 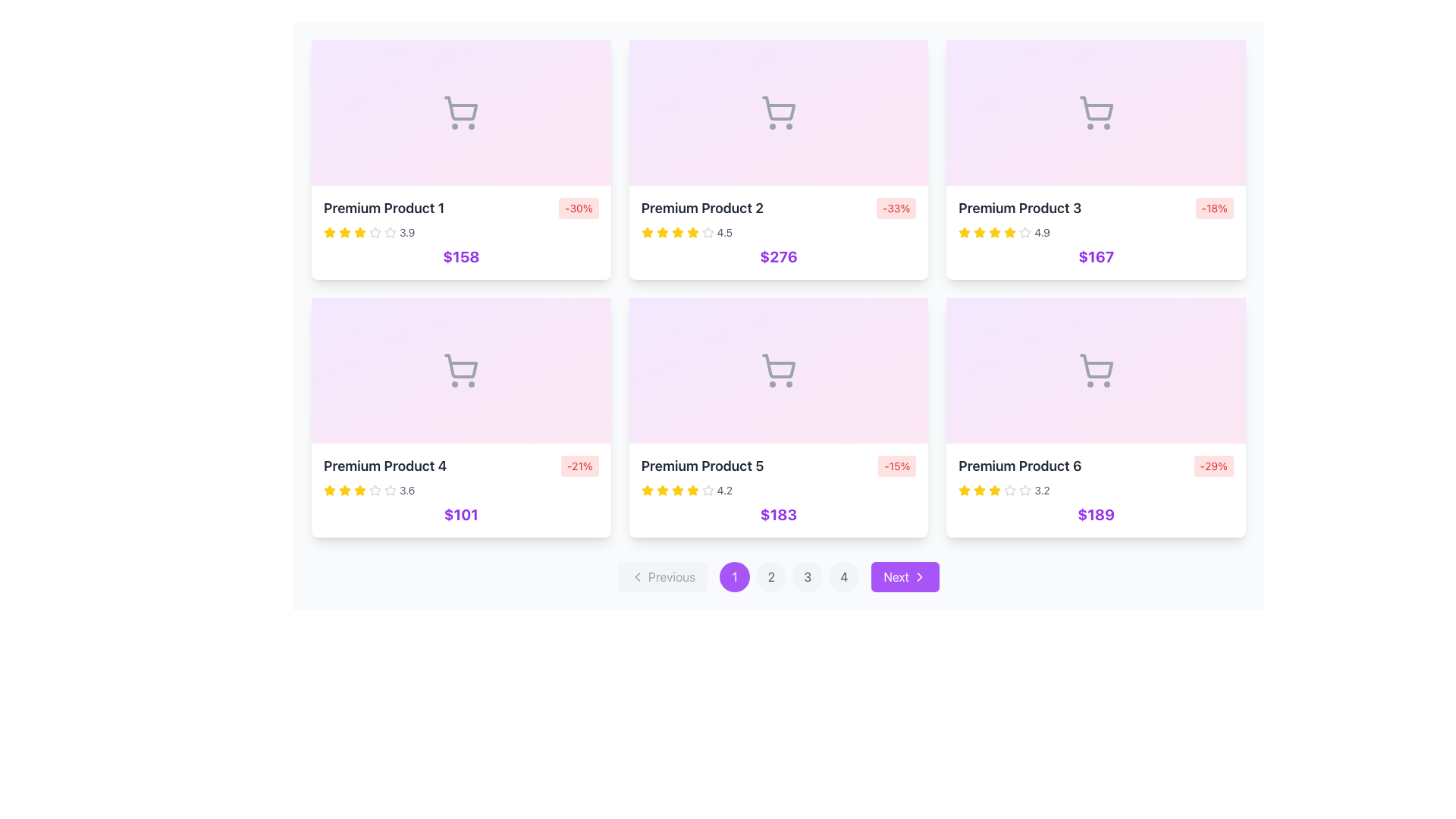 What do you see at coordinates (460, 112) in the screenshot?
I see `the shopping cart icon located above the title and price of 'Premium Product 1' in the top-left corner of the six-card grid` at bounding box center [460, 112].